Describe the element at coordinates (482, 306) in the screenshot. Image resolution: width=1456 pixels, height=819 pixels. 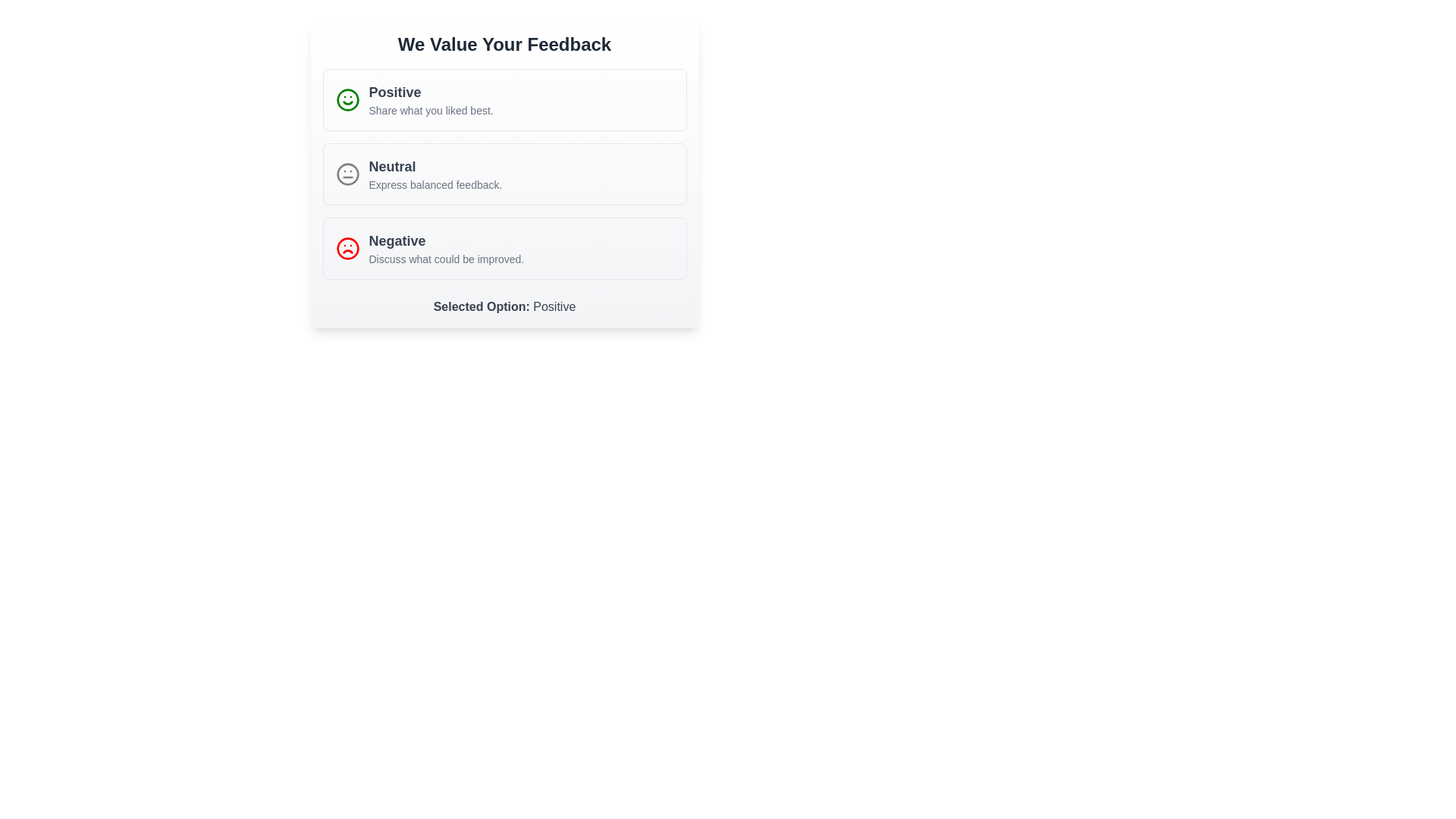
I see `the text label displaying 'Selected Option:' in bold dark gray font, located near the bottom of the interface under feedback options` at that location.